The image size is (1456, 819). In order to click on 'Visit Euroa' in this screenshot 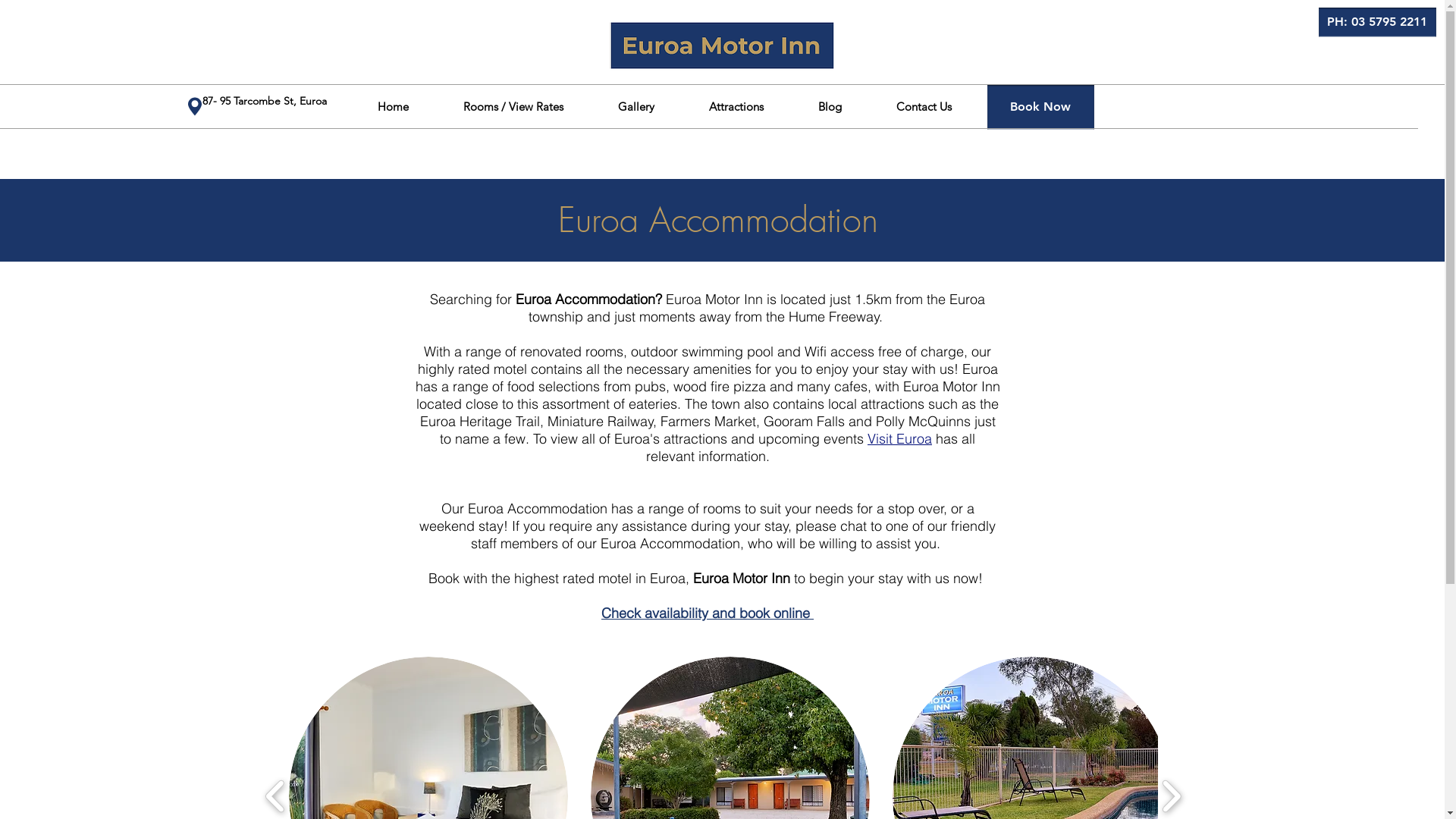, I will do `click(899, 438)`.